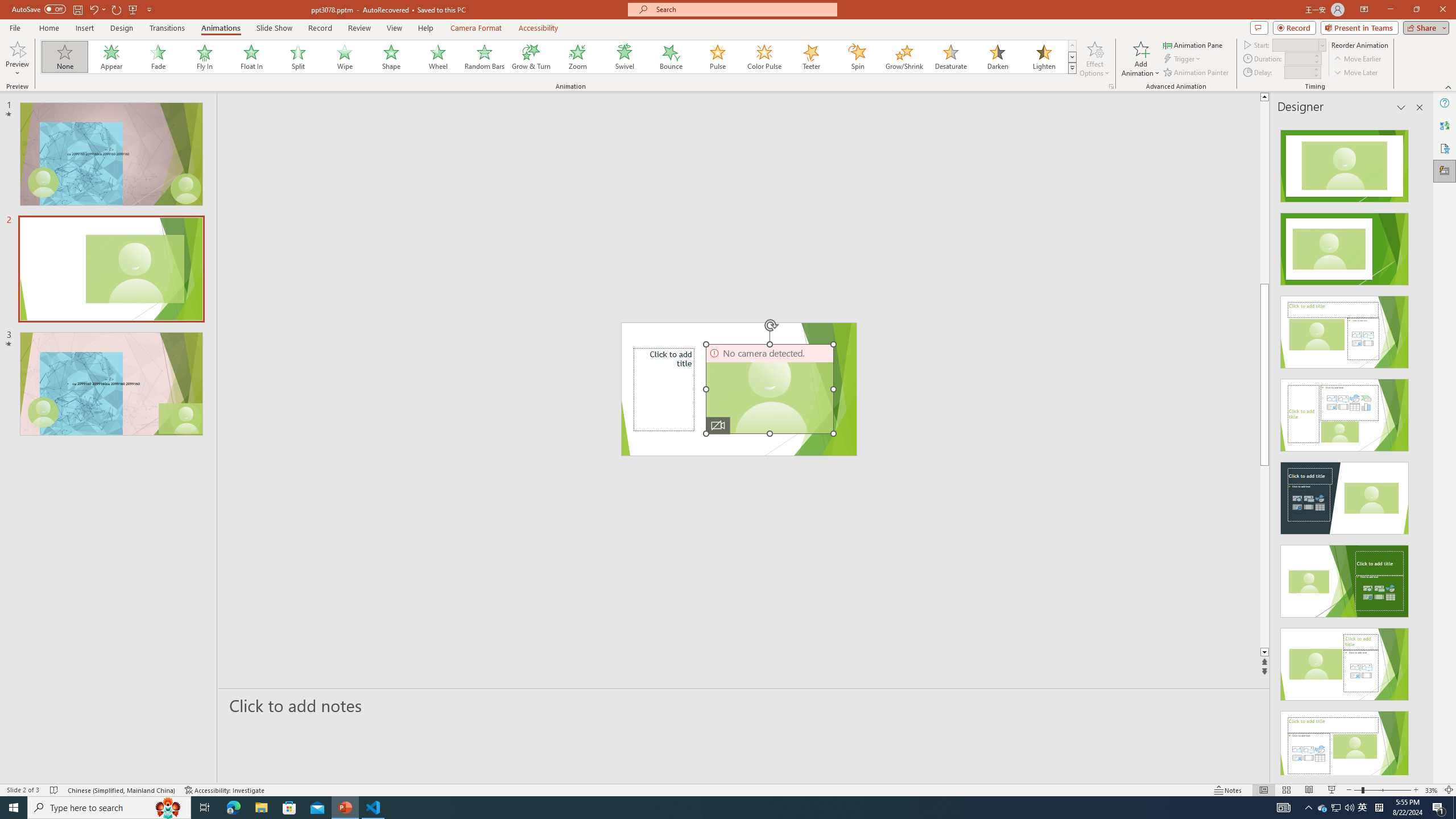 This screenshot has height=819, width=1456. What do you see at coordinates (391, 56) in the screenshot?
I see `'Shape'` at bounding box center [391, 56].